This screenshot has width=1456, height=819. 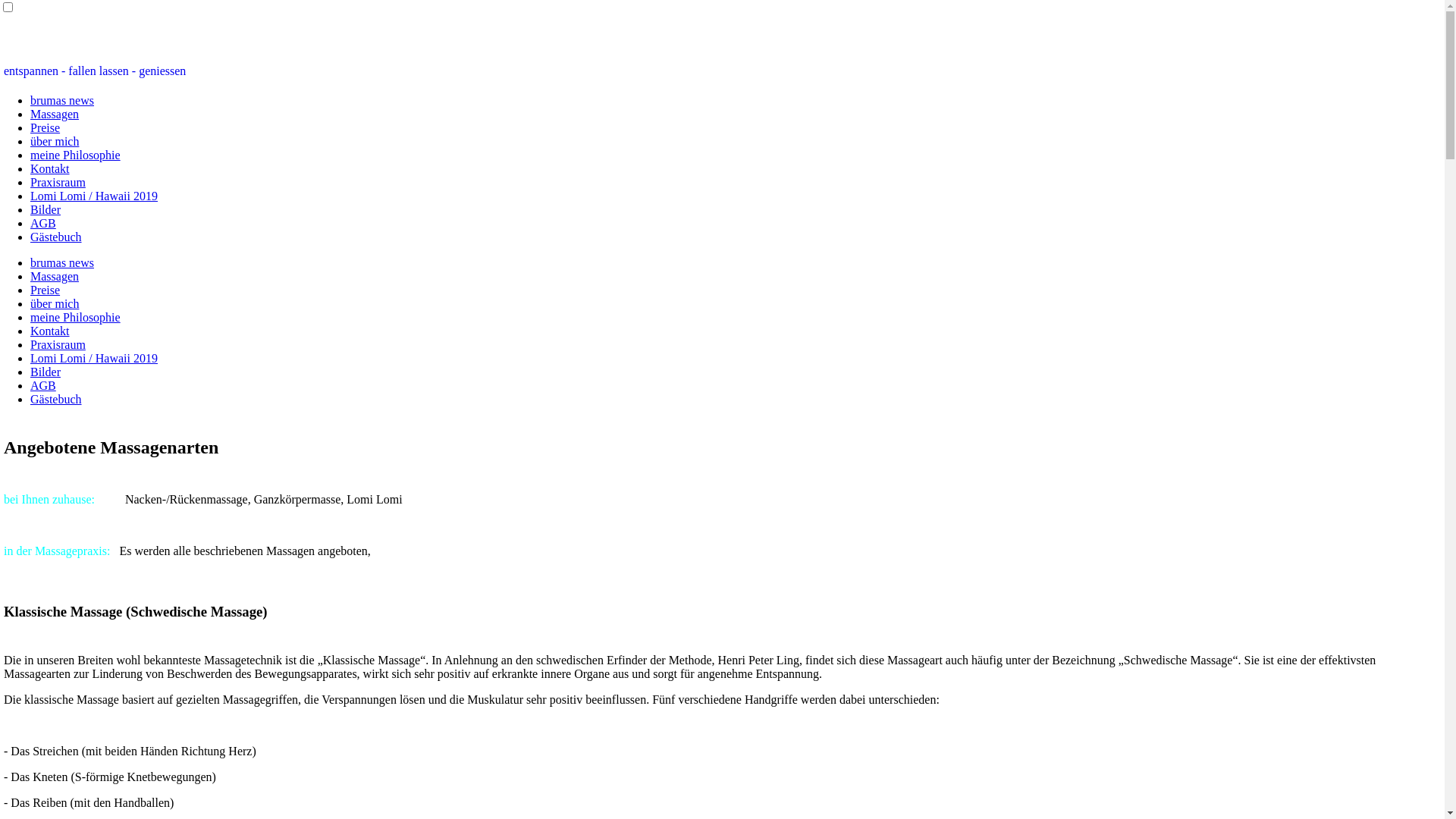 I want to click on 'Lomi Lomi / Hawaii 2019', so click(x=30, y=195).